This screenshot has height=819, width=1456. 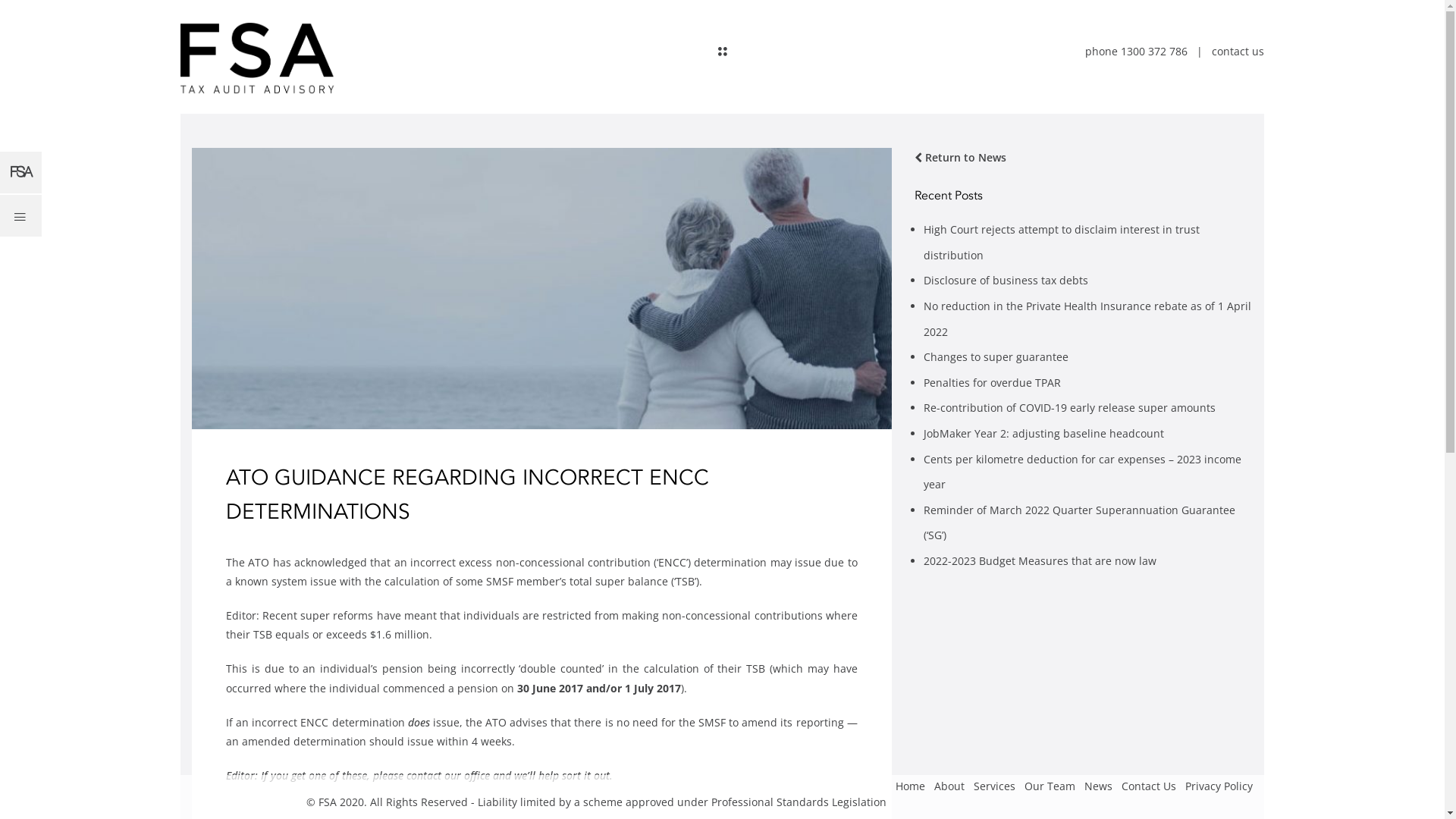 What do you see at coordinates (959, 157) in the screenshot?
I see `'Return to News'` at bounding box center [959, 157].